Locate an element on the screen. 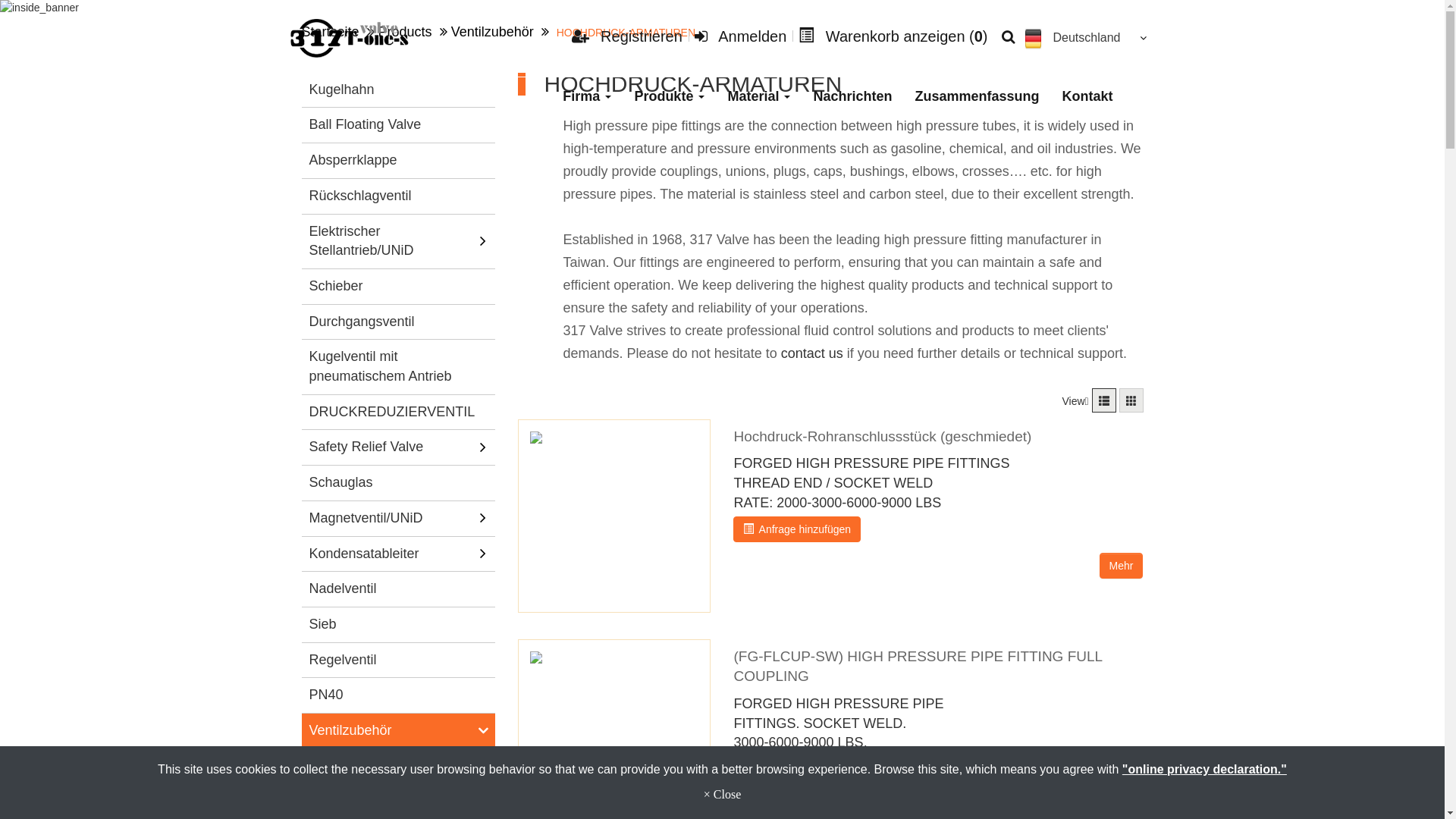  'Schieber' is located at coordinates (397, 287).